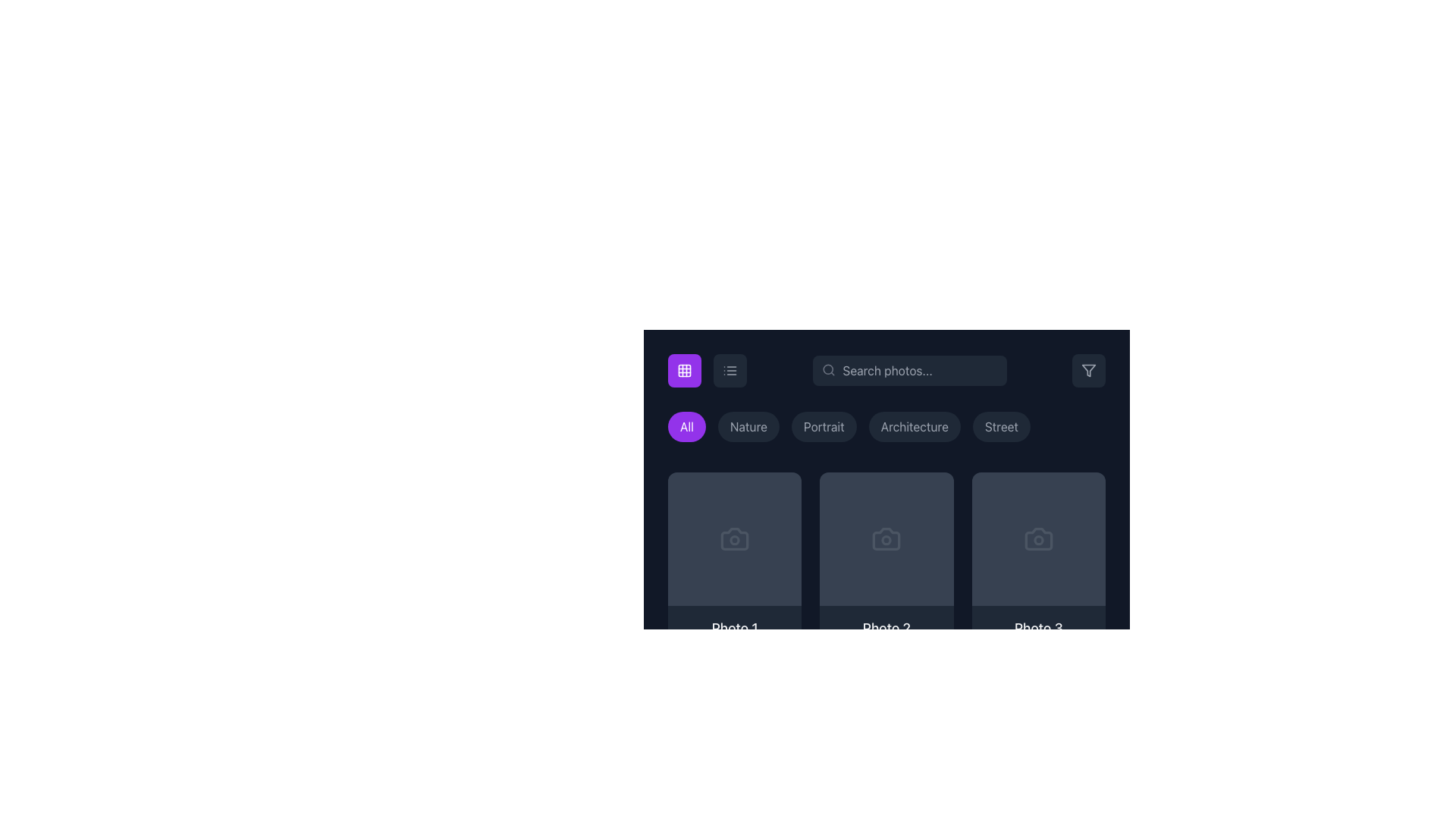 This screenshot has height=819, width=1456. I want to click on the layout icon button, represented by three horizontal lines, so click(730, 371).